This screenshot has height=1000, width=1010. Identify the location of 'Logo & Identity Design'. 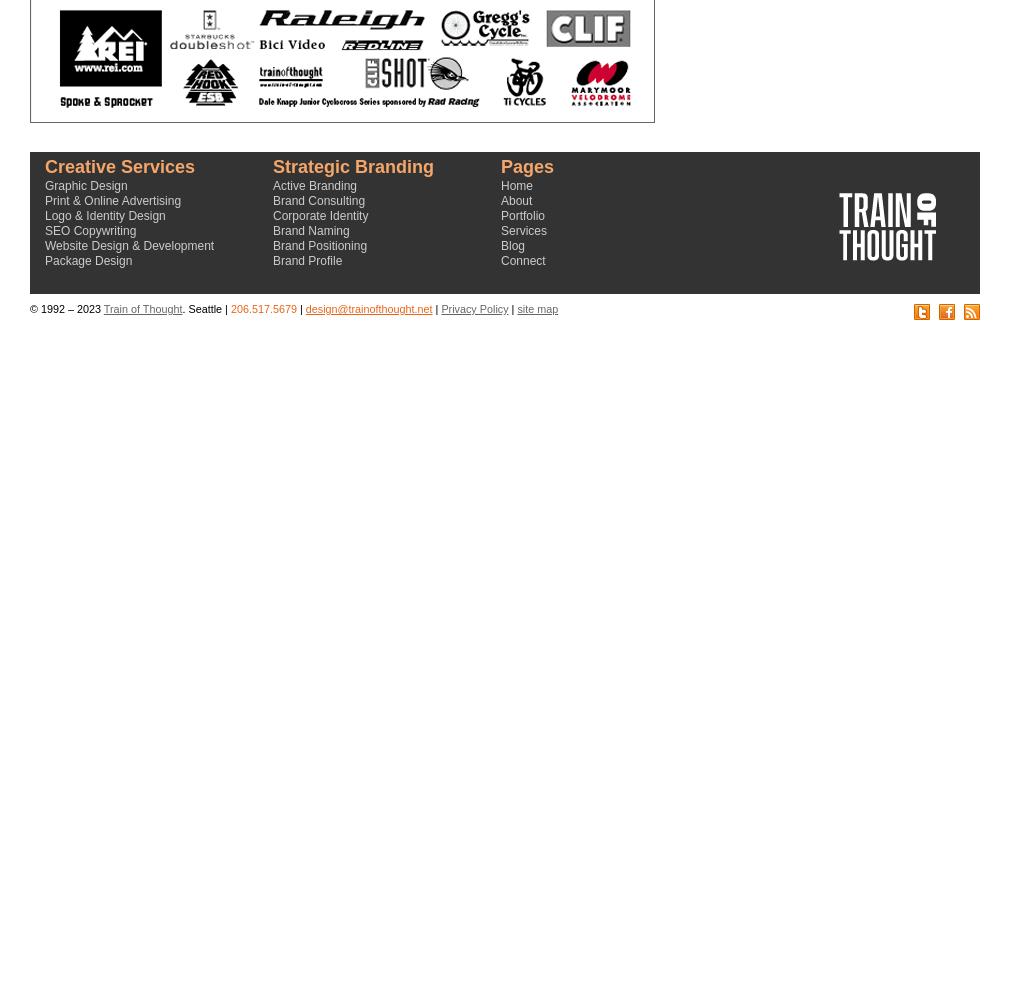
(104, 215).